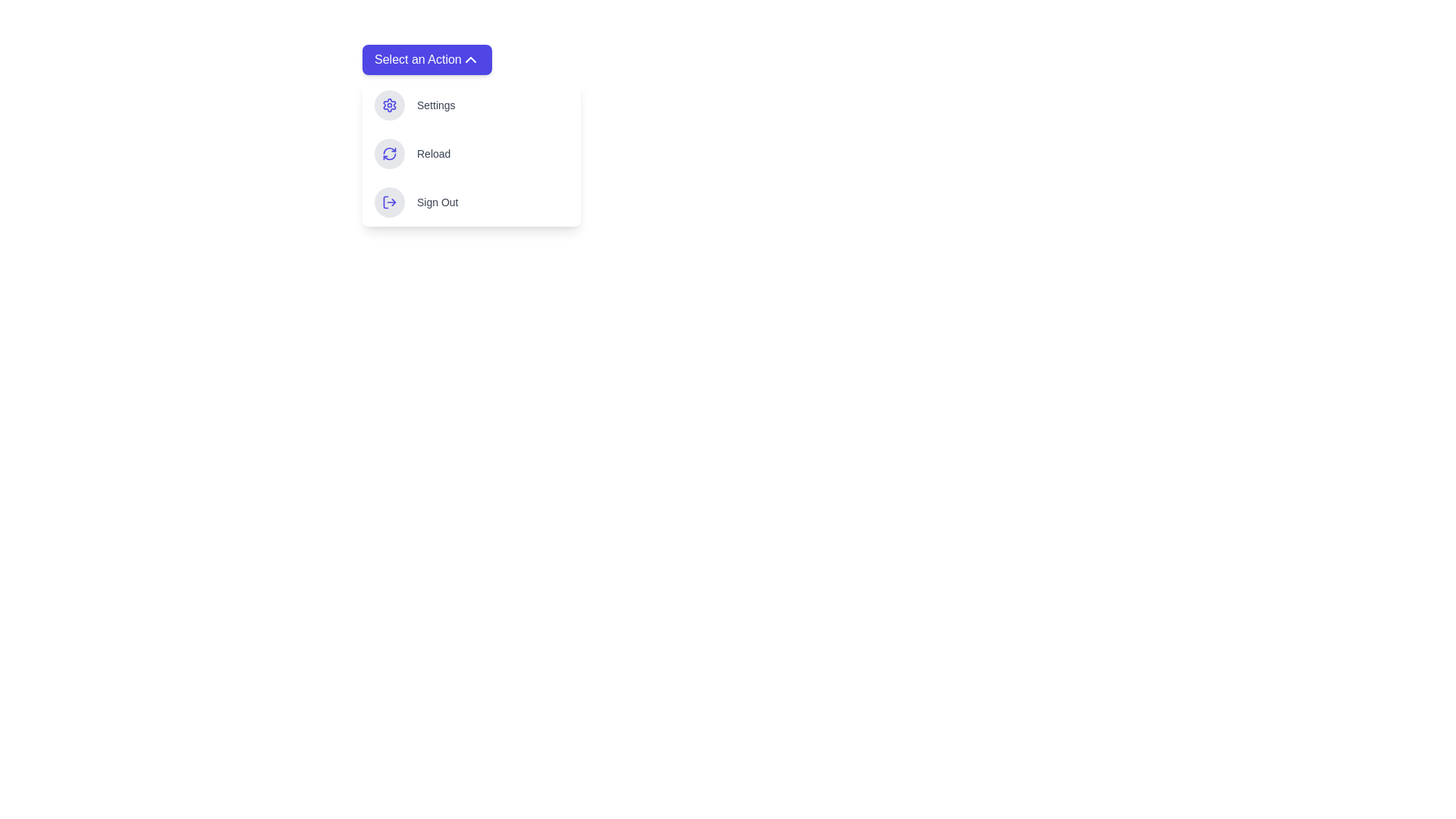 This screenshot has width=1456, height=819. What do you see at coordinates (389, 104) in the screenshot?
I see `the circular Icon Button with a light gray background and dark indigo gear icon, located to the left of the 'Settings' menu item` at bounding box center [389, 104].